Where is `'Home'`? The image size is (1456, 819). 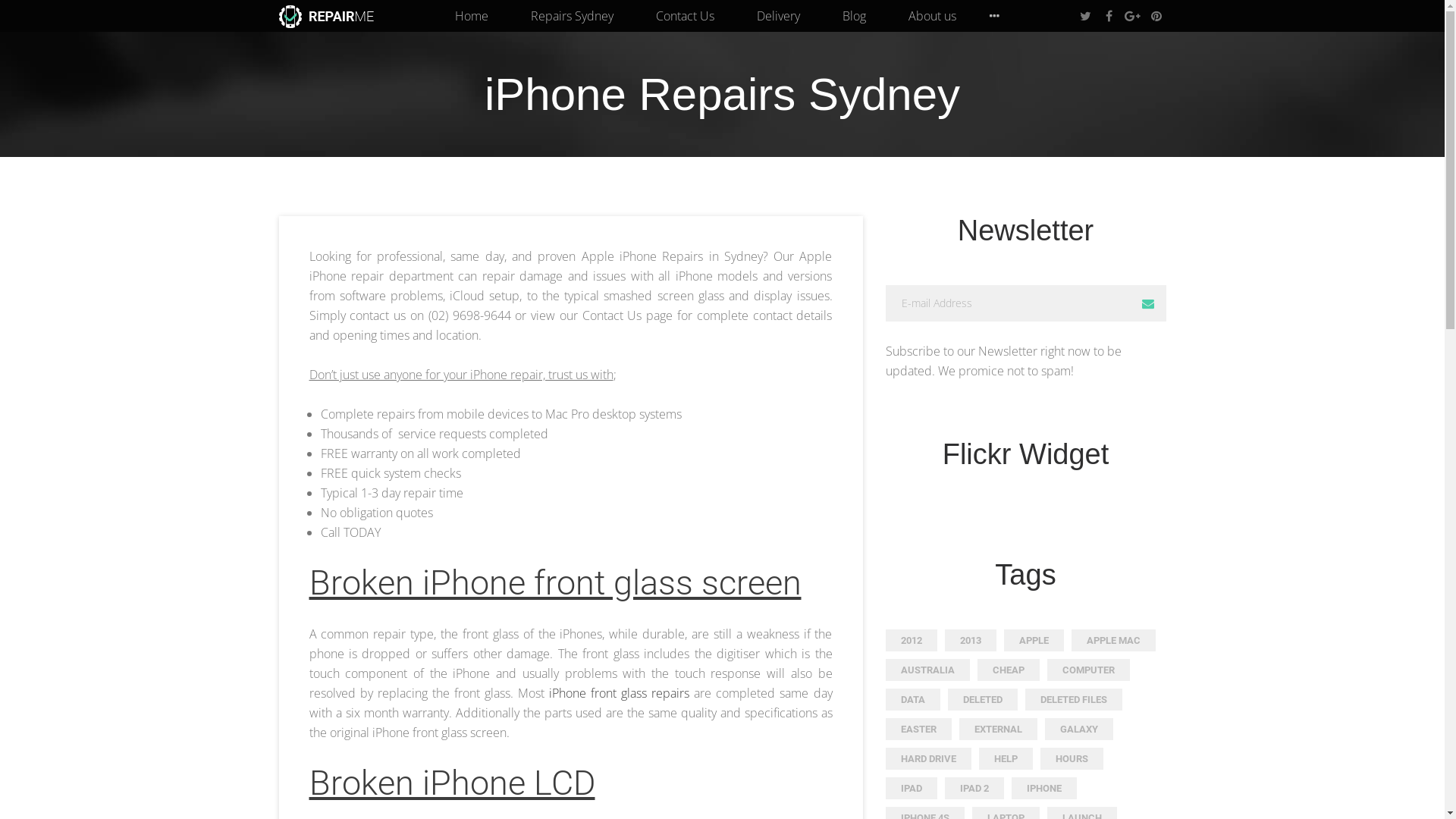 'Home' is located at coordinates (471, 15).